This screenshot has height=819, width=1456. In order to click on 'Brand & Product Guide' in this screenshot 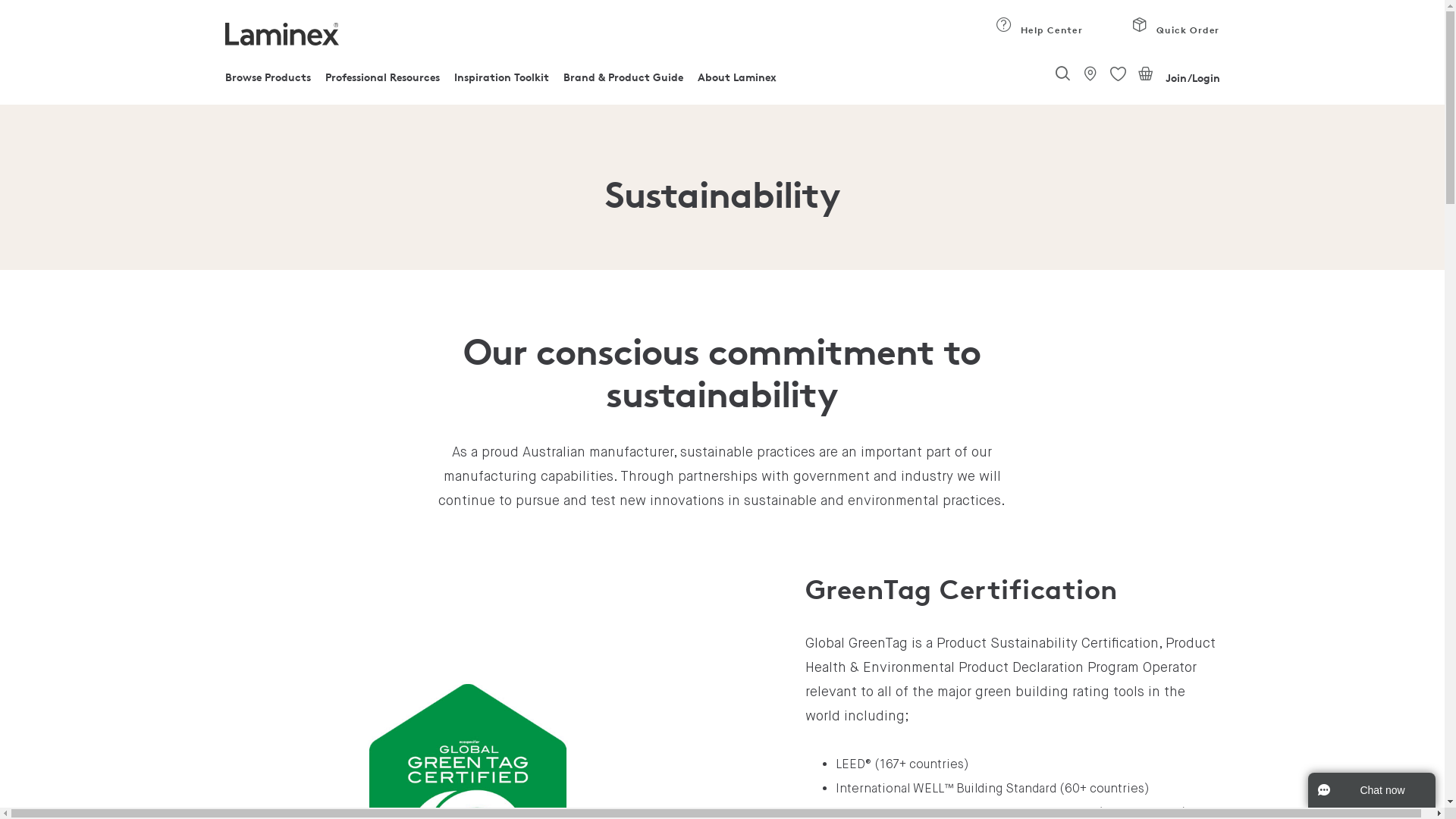, I will do `click(623, 81)`.